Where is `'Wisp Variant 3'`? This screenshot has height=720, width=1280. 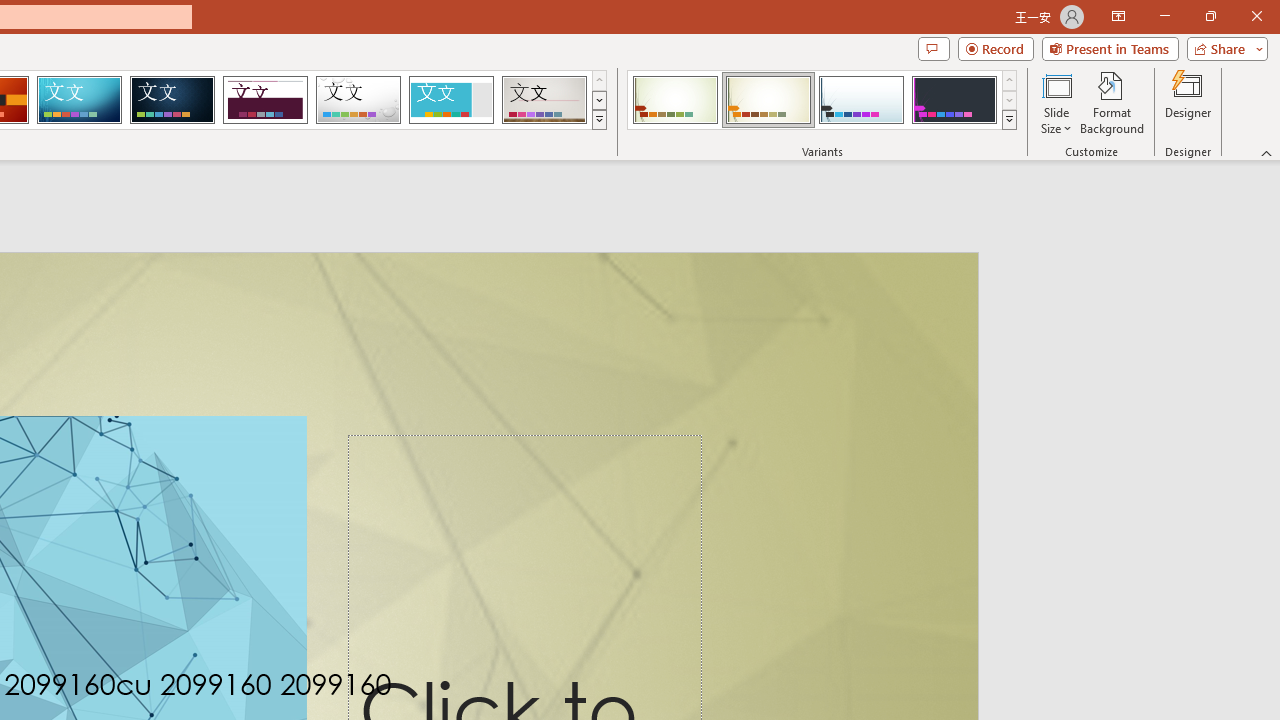
'Wisp Variant 3' is located at coordinates (861, 100).